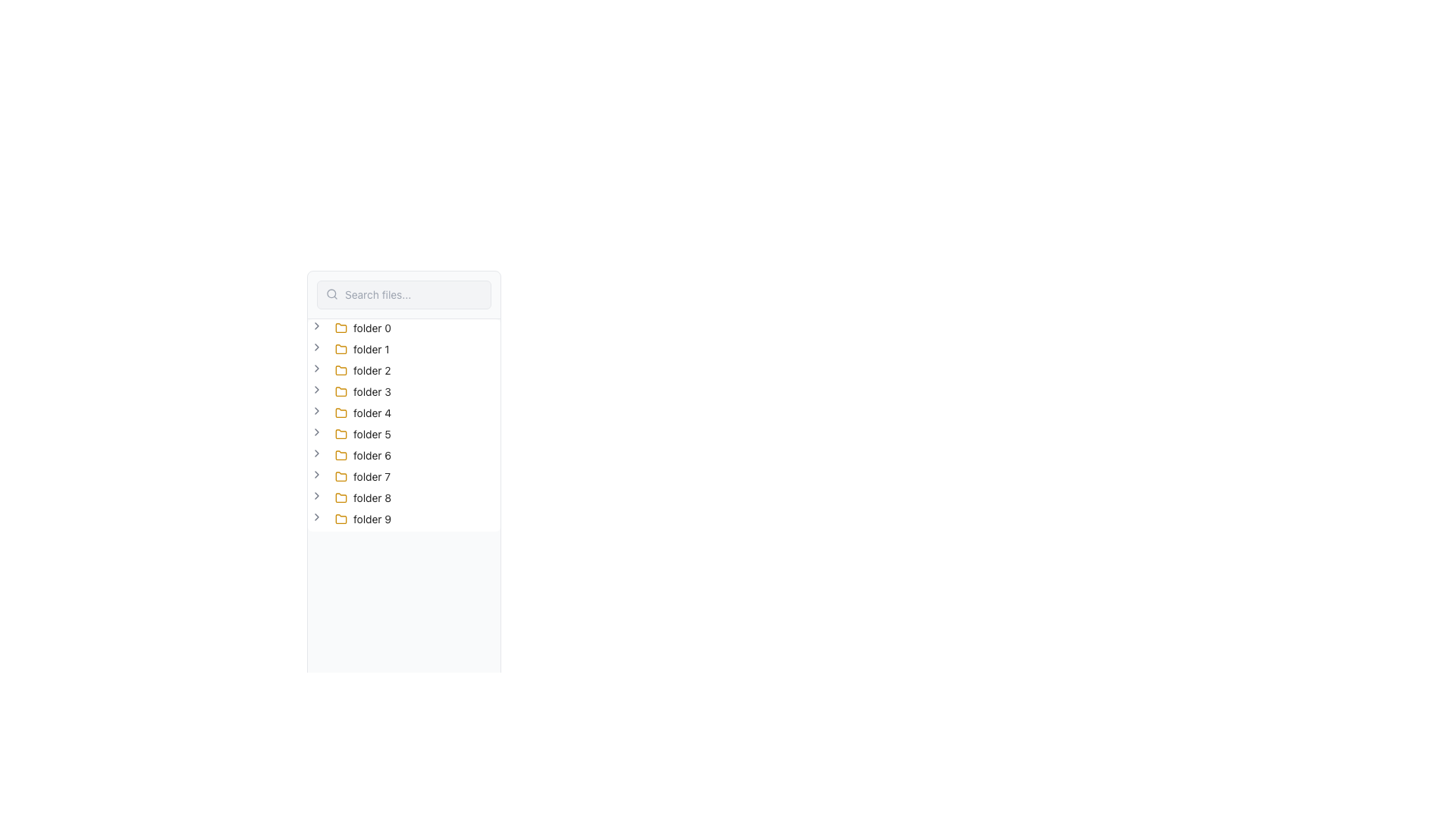 The image size is (1456, 819). Describe the element at coordinates (352, 455) in the screenshot. I see `the 'folder 6' tree node element` at that location.